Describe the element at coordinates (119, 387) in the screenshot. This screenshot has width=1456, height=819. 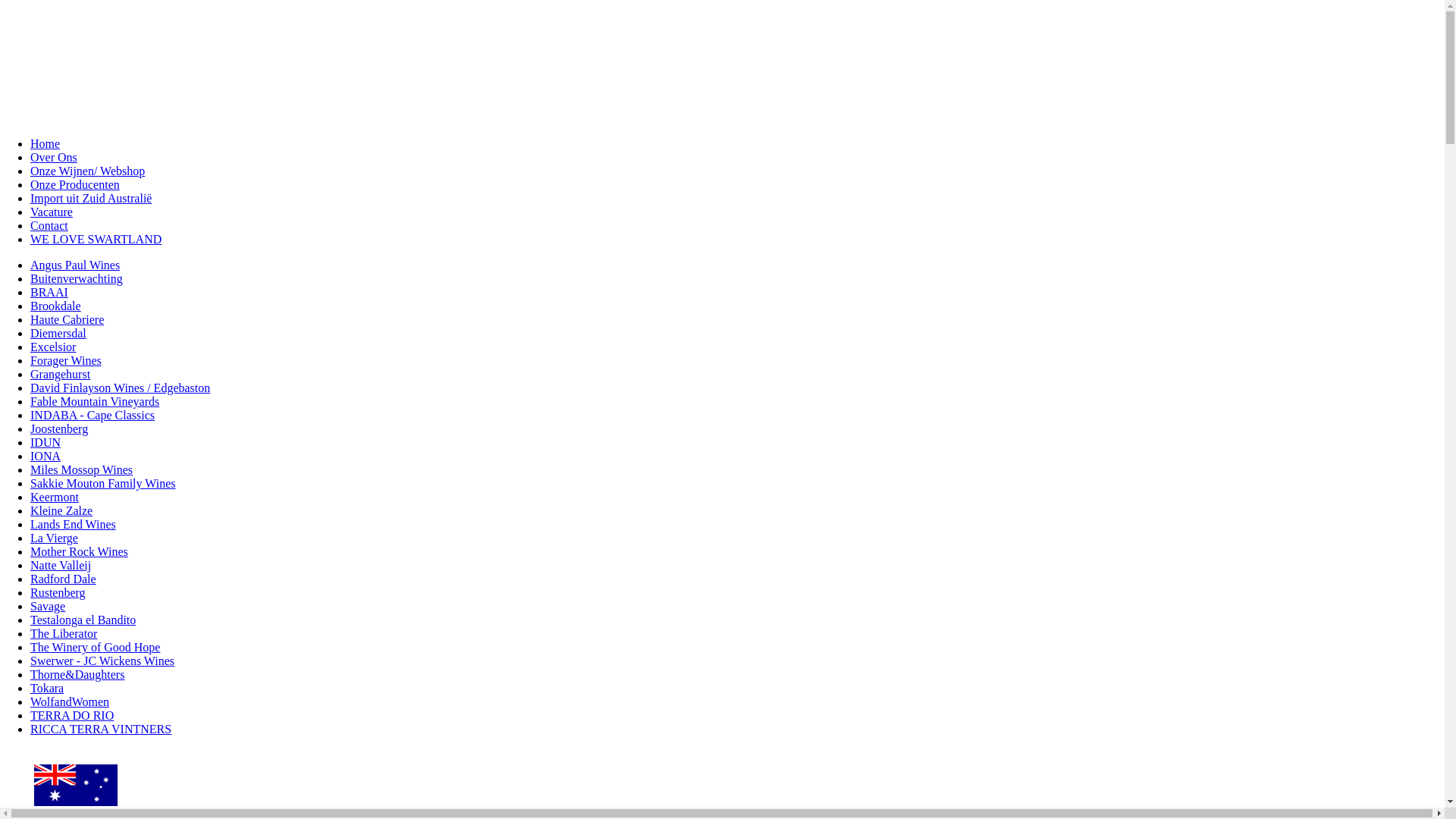
I see `'David Finlayson Wines / Edgebaston'` at that location.